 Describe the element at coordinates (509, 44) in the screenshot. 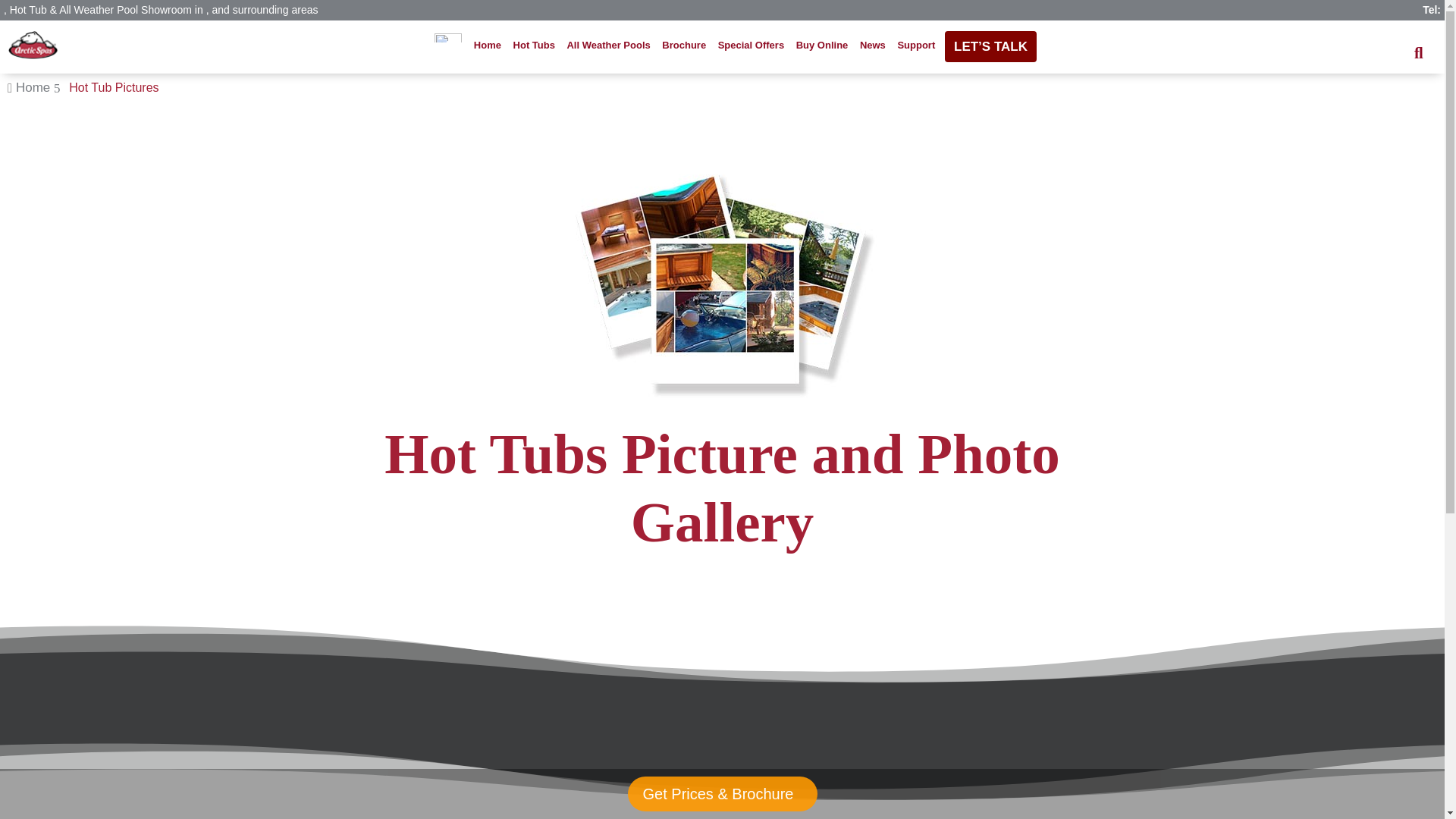

I see `'Hot Tubs'` at that location.